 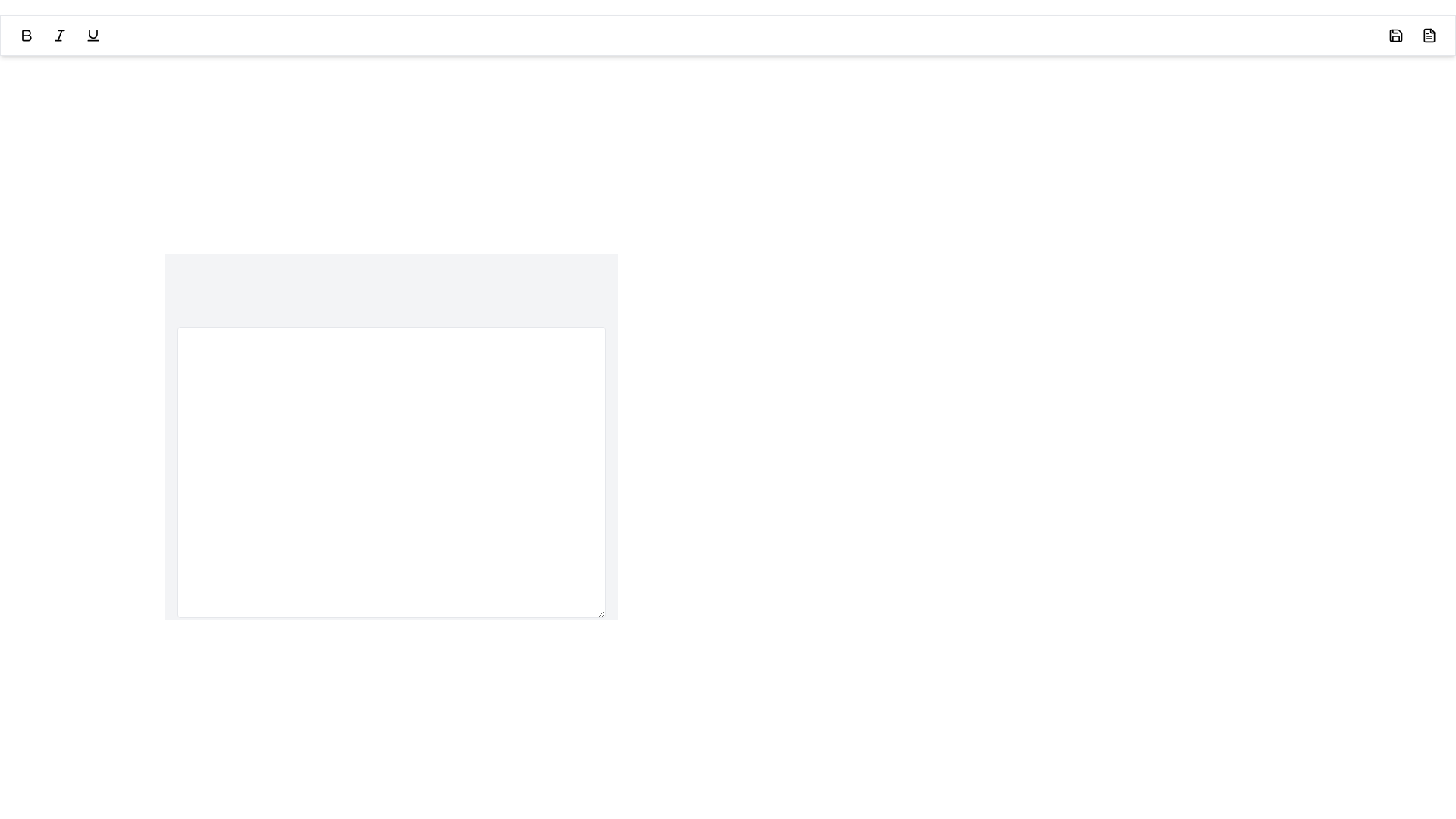 I want to click on the file management icon represented by an SVG element located in the top-right corner of the interface, so click(x=1429, y=34).